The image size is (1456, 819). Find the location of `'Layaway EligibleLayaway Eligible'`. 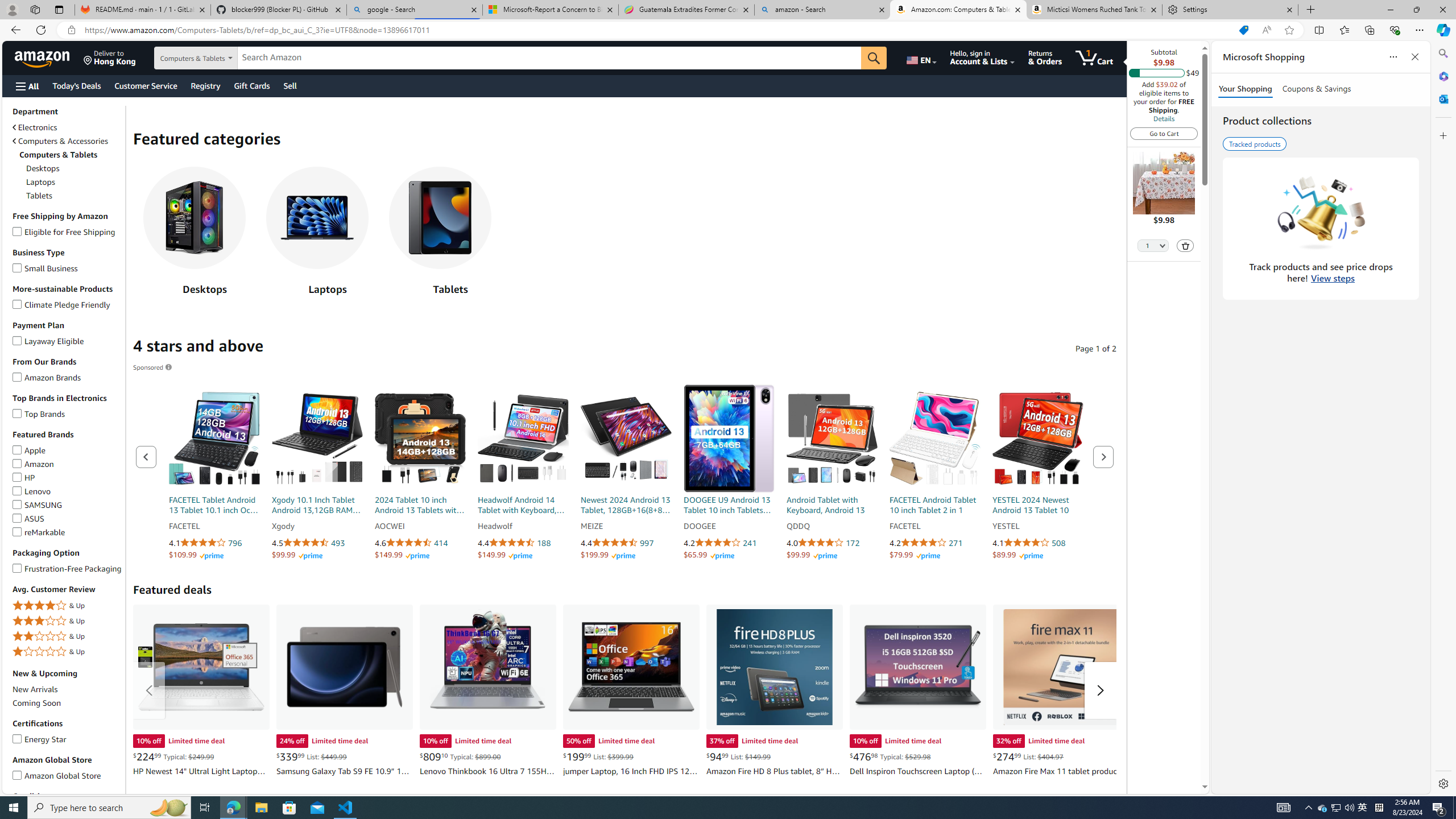

'Layaway EligibleLayaway Eligible' is located at coordinates (67, 341).